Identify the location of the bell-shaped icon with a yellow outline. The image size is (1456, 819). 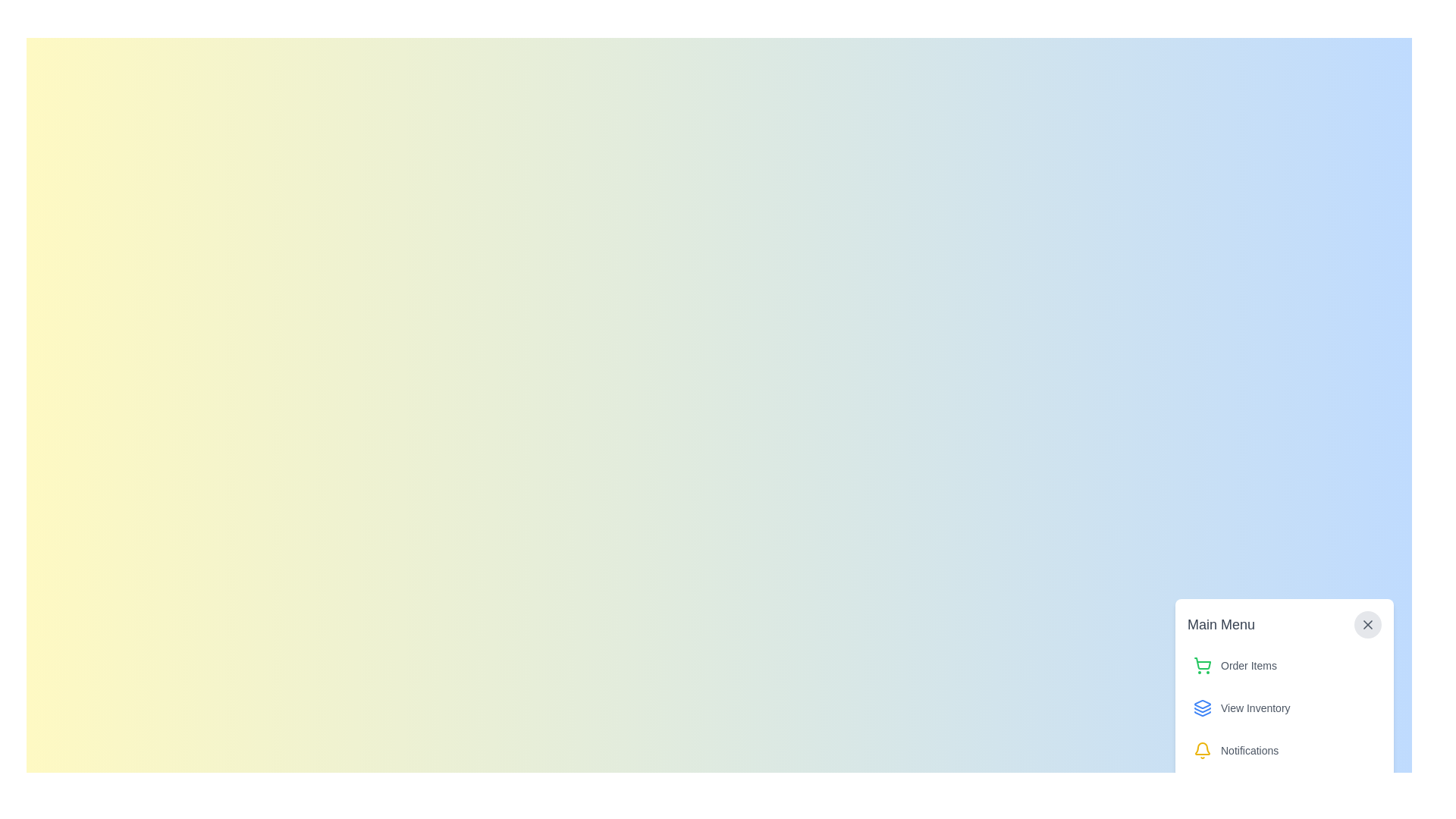
(1201, 751).